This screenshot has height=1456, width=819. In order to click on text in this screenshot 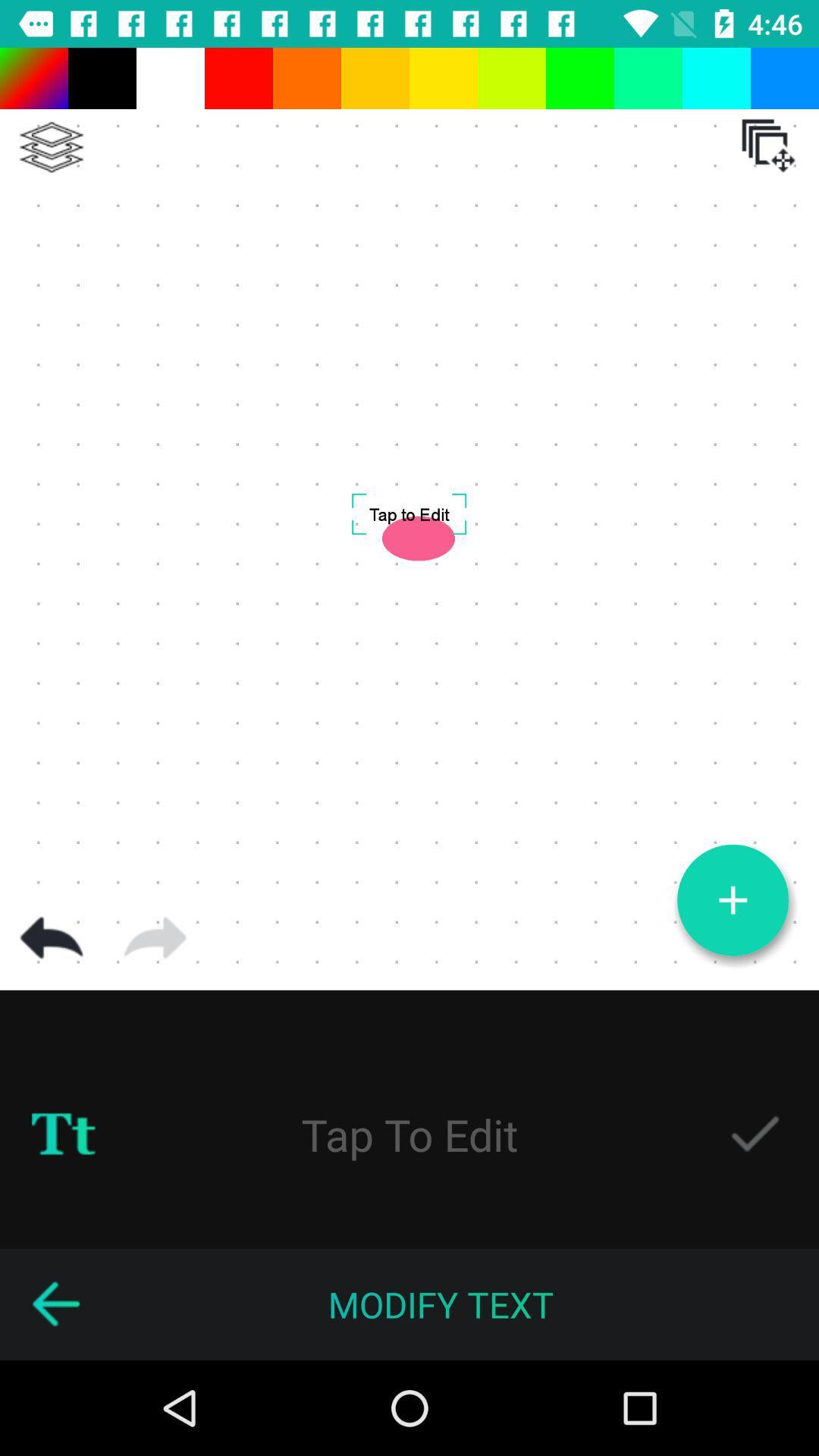, I will do `click(755, 1134)`.